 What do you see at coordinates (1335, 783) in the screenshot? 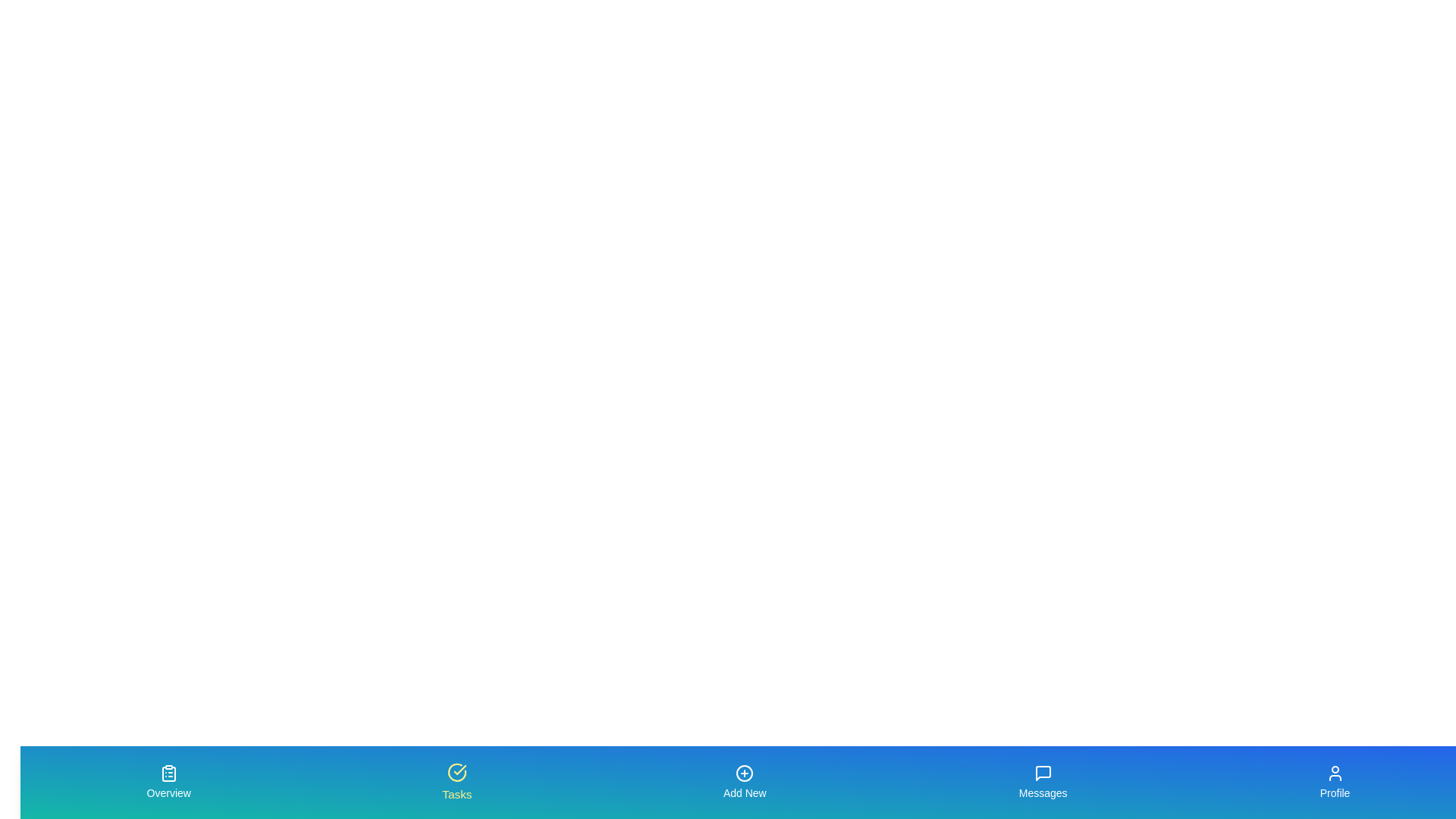
I see `the tab Profile by clicking on its button` at bounding box center [1335, 783].